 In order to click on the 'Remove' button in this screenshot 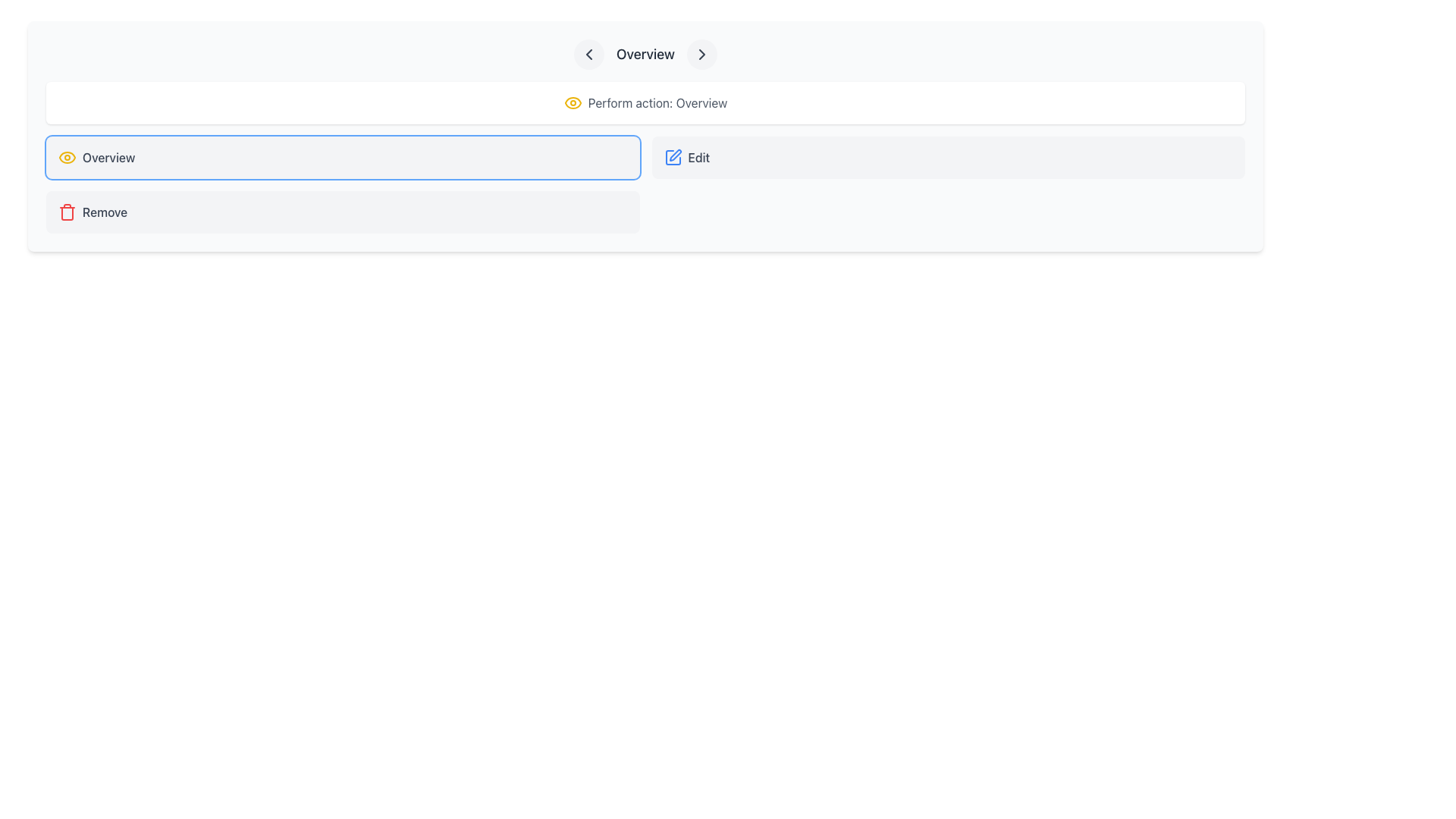, I will do `click(342, 212)`.